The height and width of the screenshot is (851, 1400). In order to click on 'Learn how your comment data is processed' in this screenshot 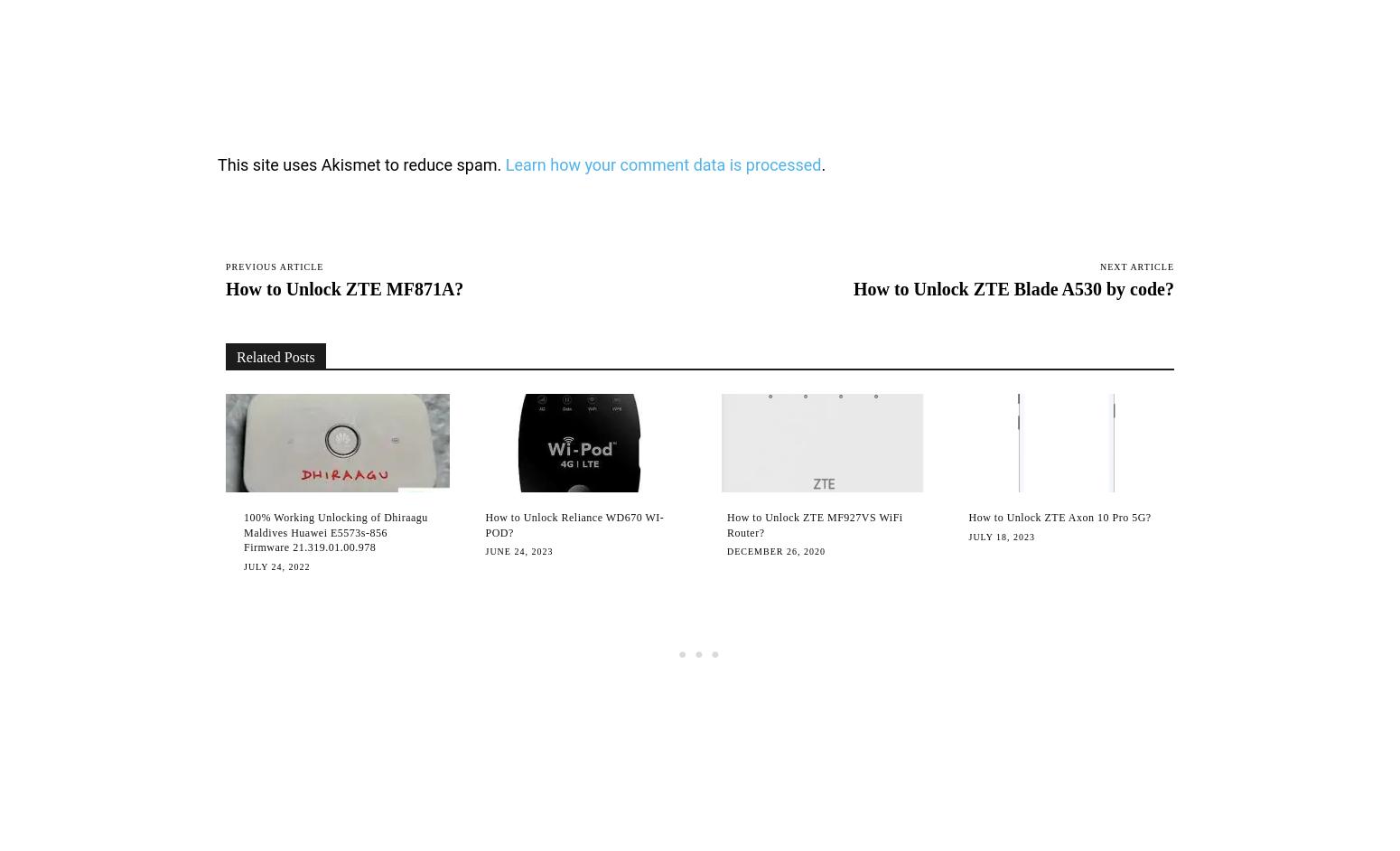, I will do `click(504, 163)`.